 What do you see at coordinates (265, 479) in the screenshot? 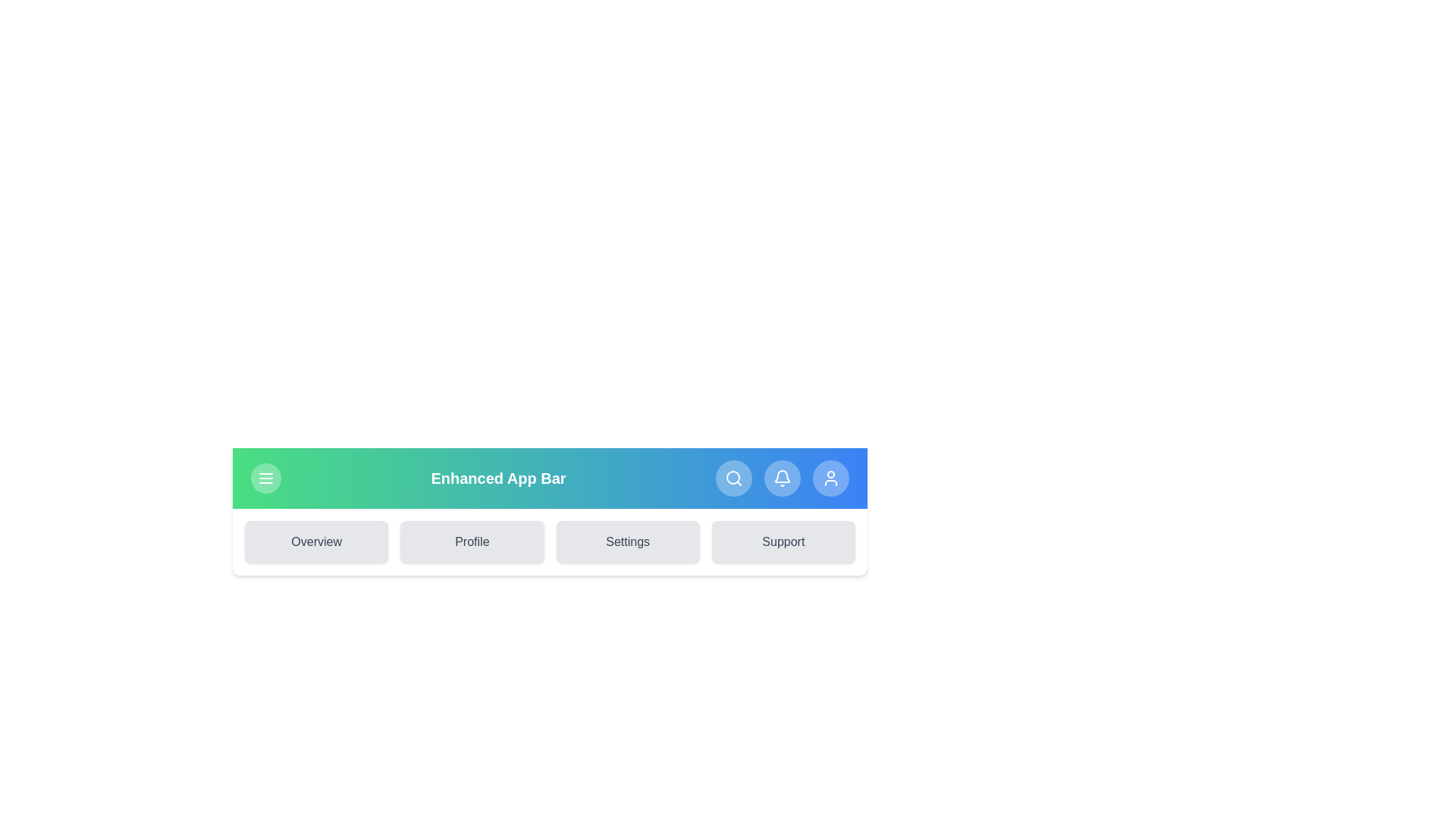
I see `the menu button to toggle the menu visibility` at bounding box center [265, 479].